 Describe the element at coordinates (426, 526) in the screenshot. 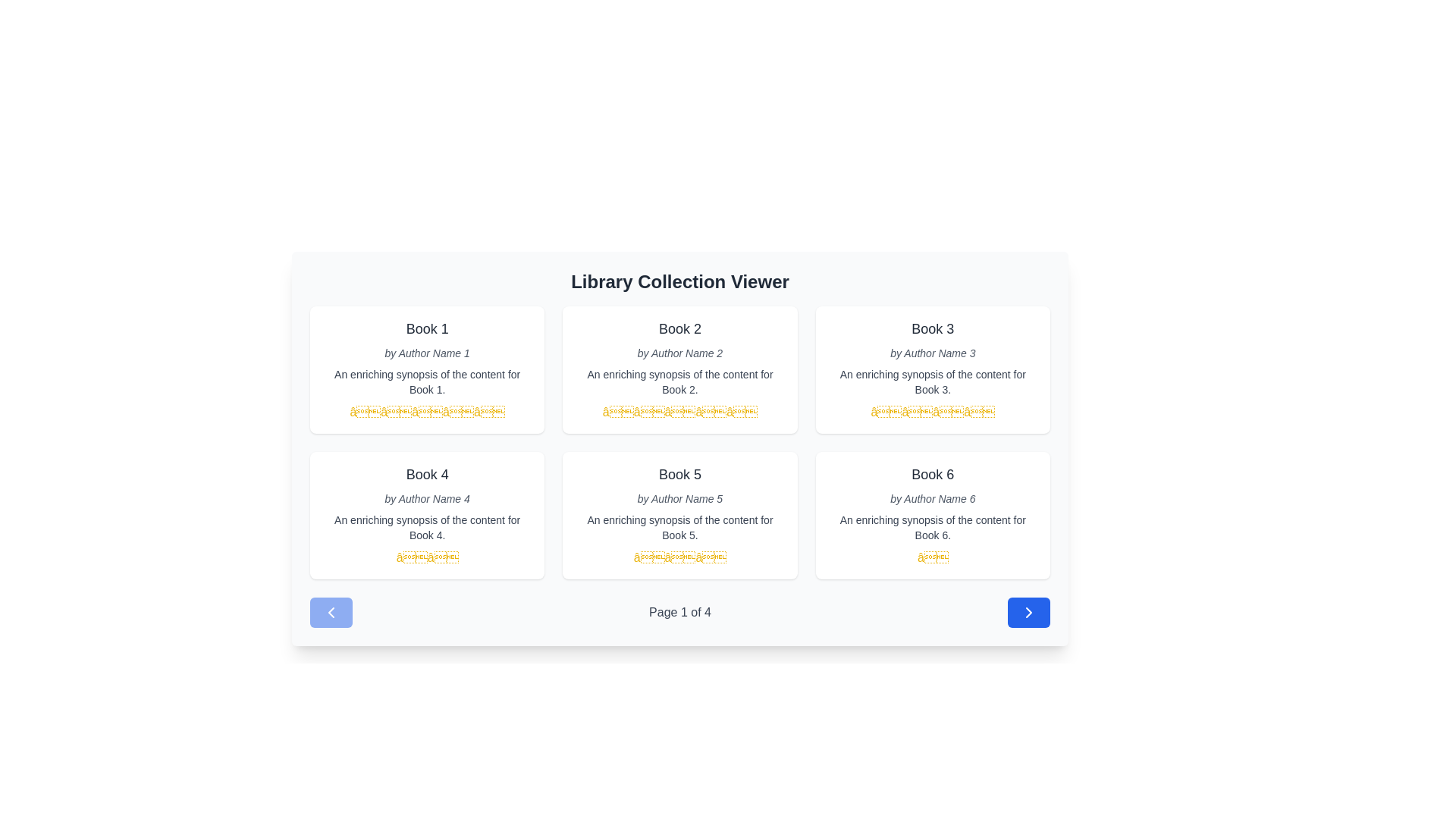

I see `the text display that provides a synopsis for 'Book 4', which is located beneath the author's name 'by Author Name 4' and above the rating stars` at that location.